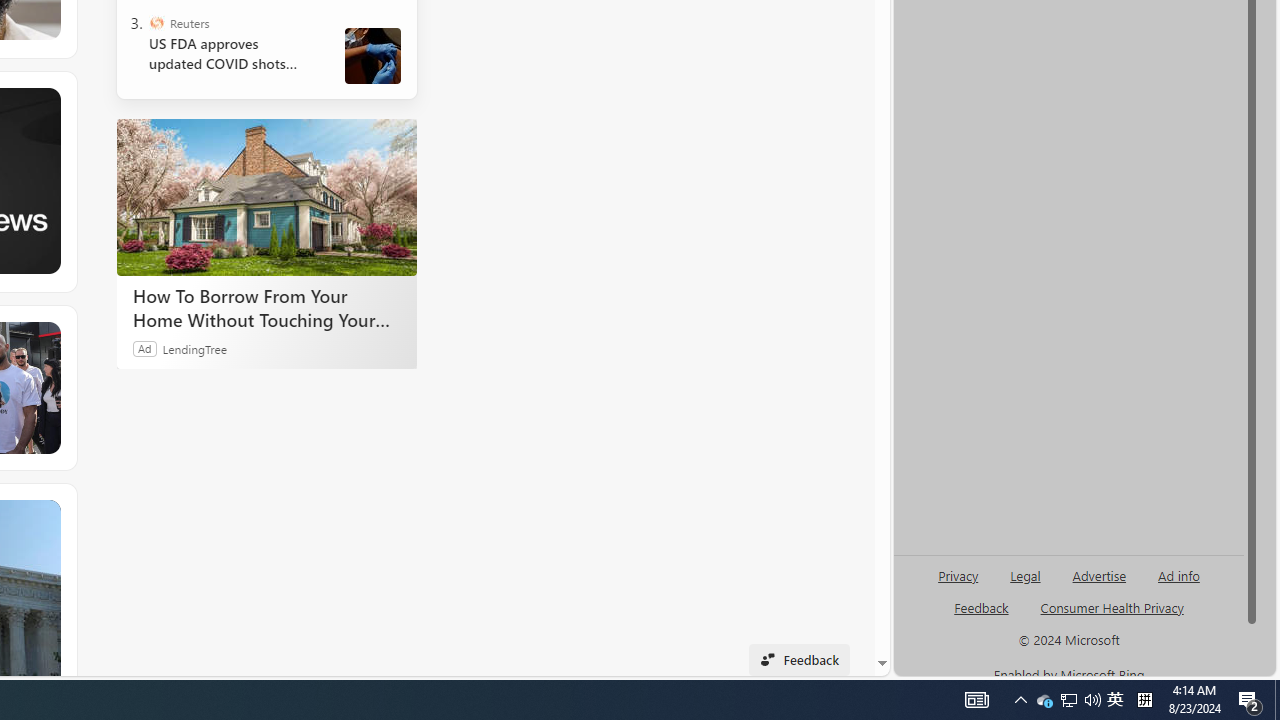 This screenshot has width=1280, height=720. Describe the element at coordinates (155, 23) in the screenshot. I see `'Reuters'` at that location.